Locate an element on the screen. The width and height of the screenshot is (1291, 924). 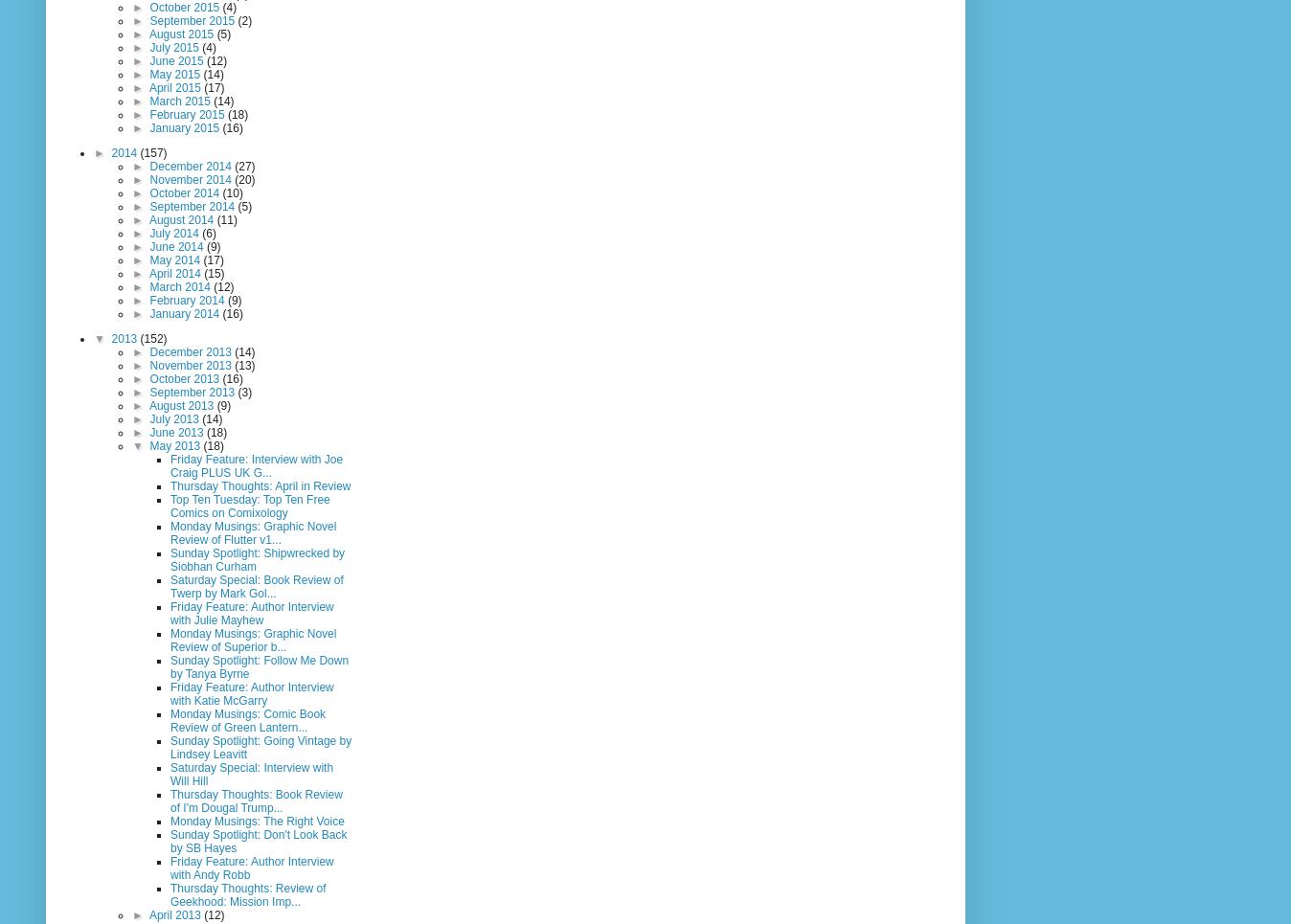
'Monday Musings: Graphic Novel Review of Flutter v1...' is located at coordinates (253, 531).